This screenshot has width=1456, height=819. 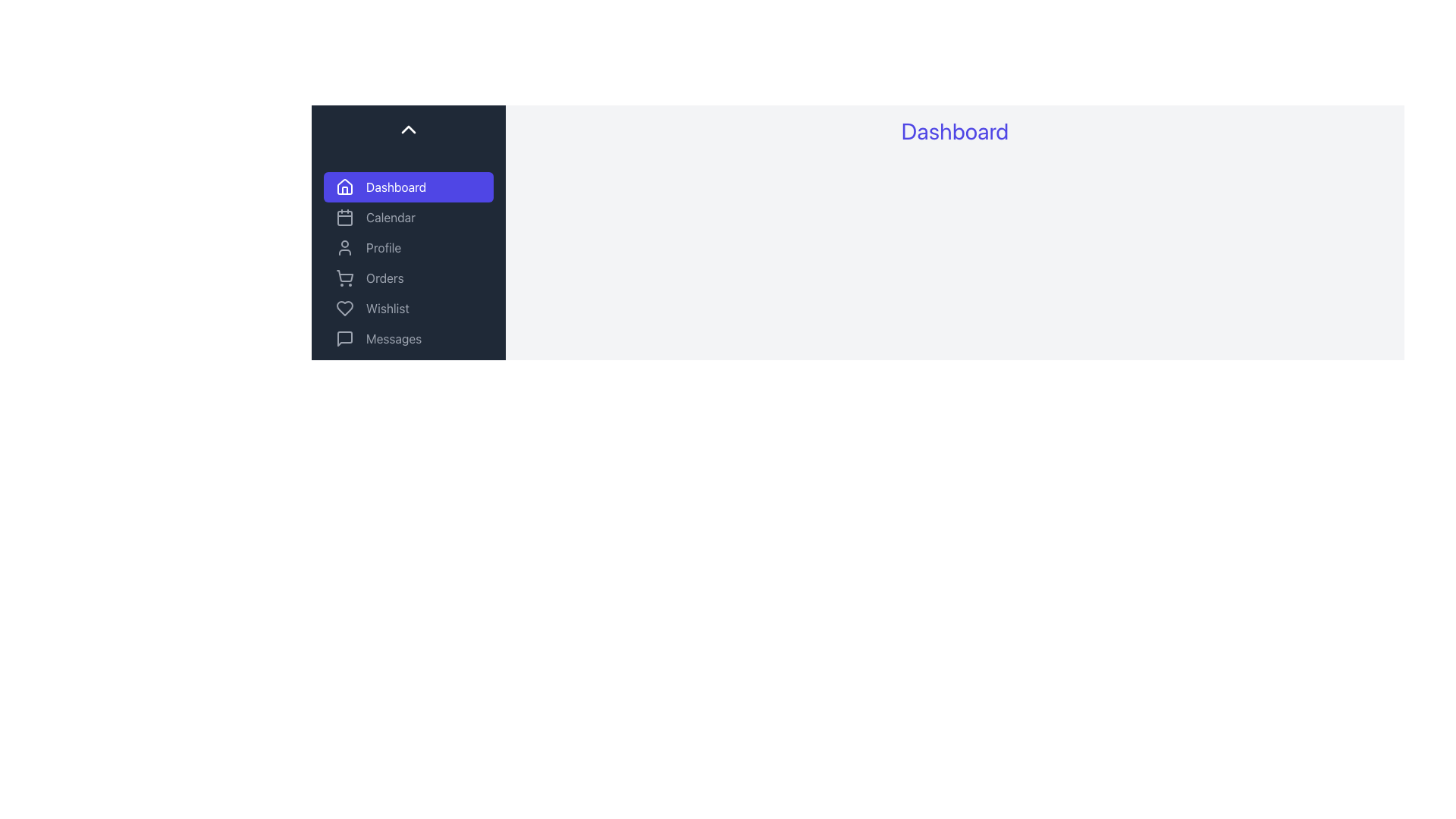 What do you see at coordinates (388, 308) in the screenshot?
I see `the 'Wishlist' text label in the vertical navigation menu, which is the fourth item below 'Orders' and above 'Messages', identified by its association with a heart-shaped icon` at bounding box center [388, 308].